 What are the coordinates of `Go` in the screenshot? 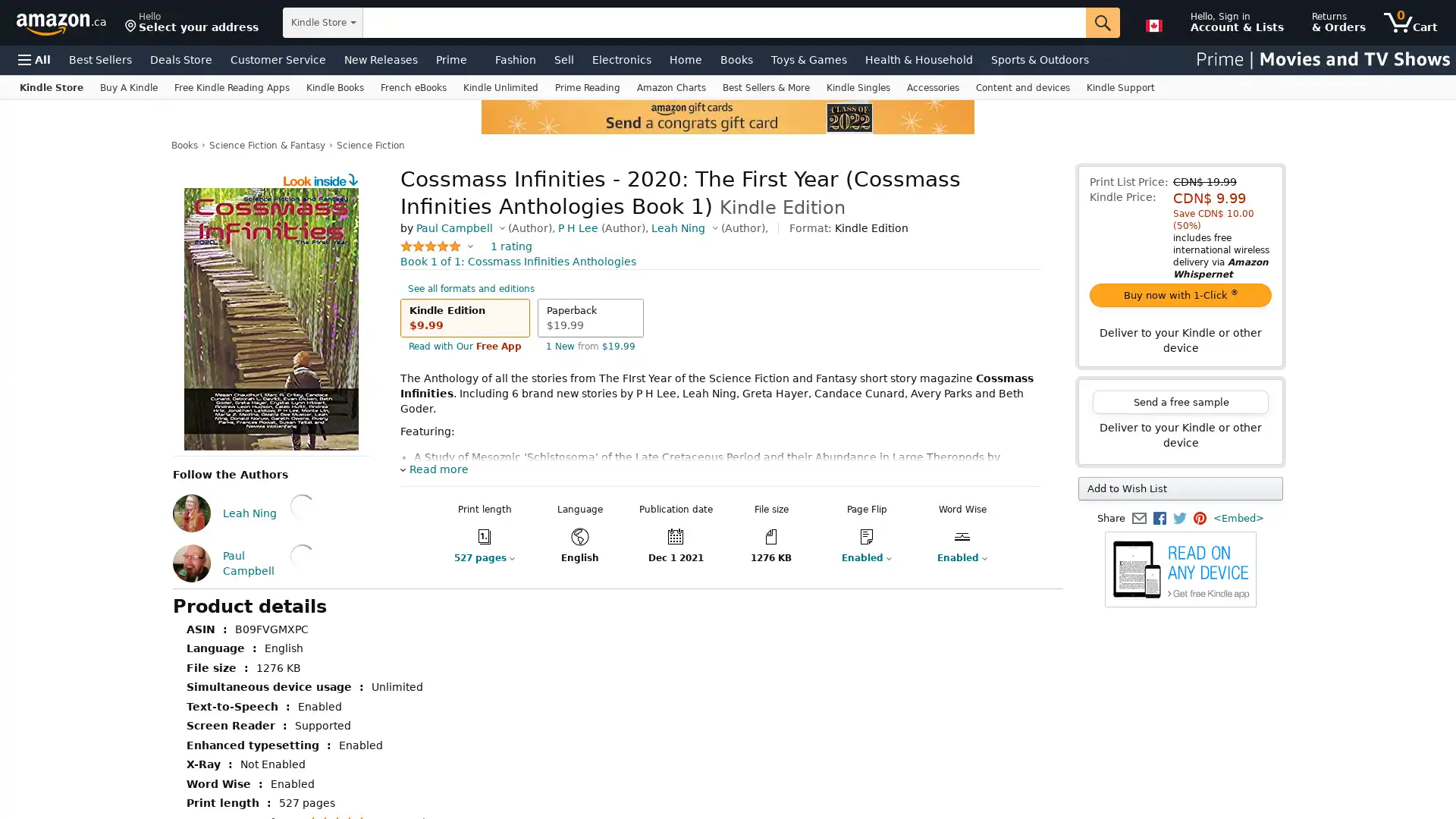 It's located at (1103, 23).